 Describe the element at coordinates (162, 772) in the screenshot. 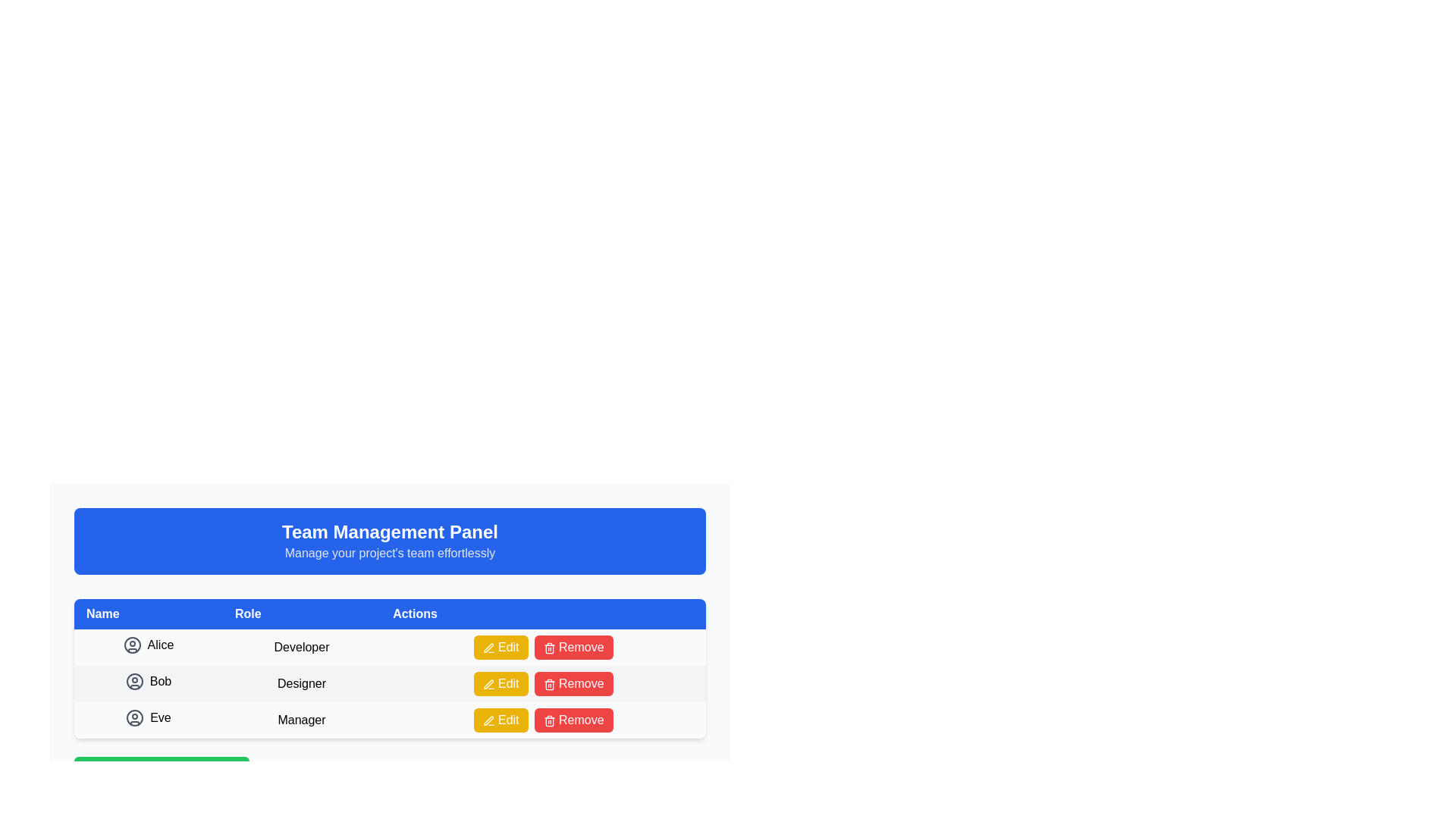

I see `the button that allows the user to add a new team member, which may open a form or dialog for providing new member details` at that location.